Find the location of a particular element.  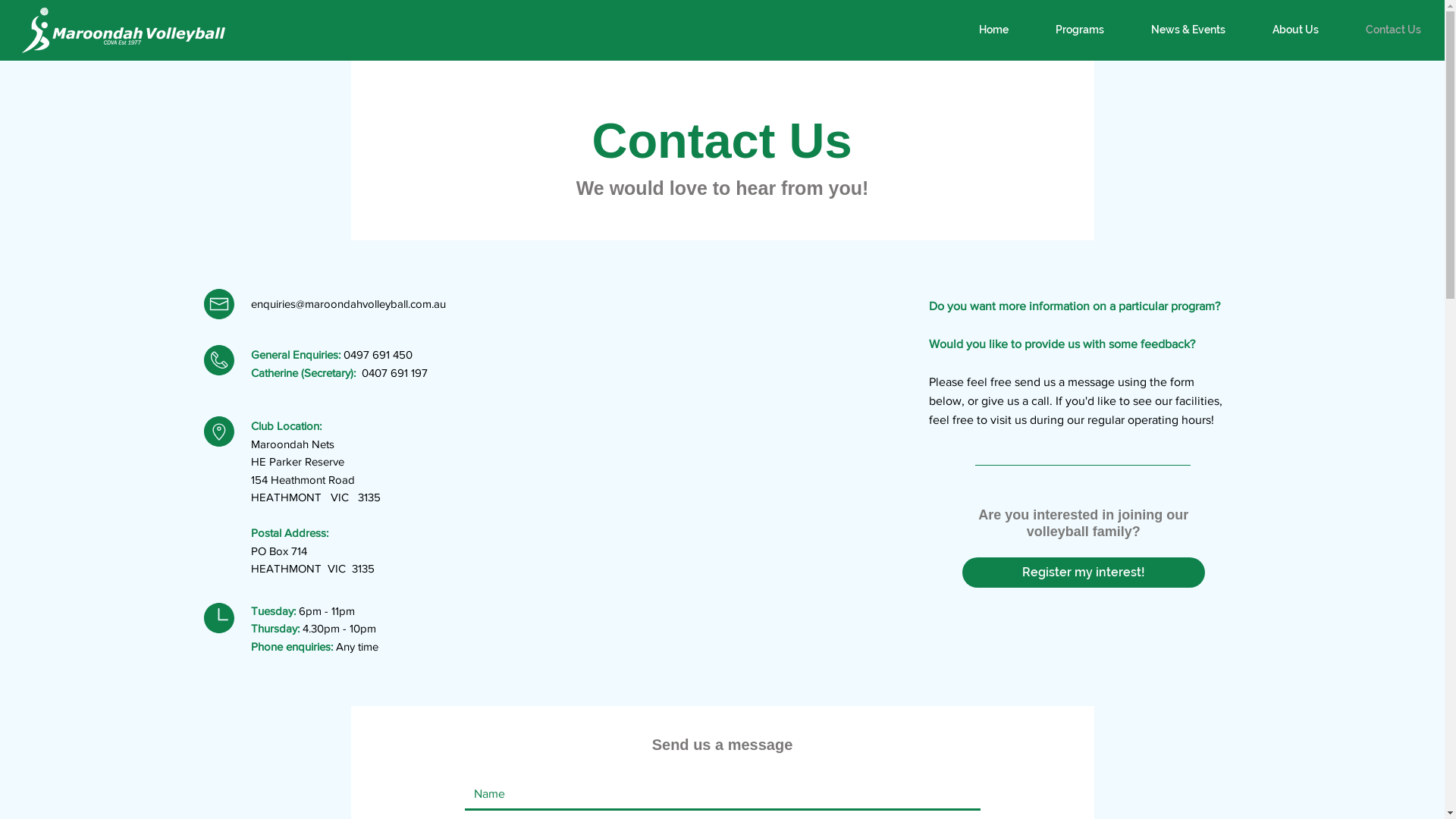

'enquiries@maroondahvolleyball.com.au' is located at coordinates (251, 303).